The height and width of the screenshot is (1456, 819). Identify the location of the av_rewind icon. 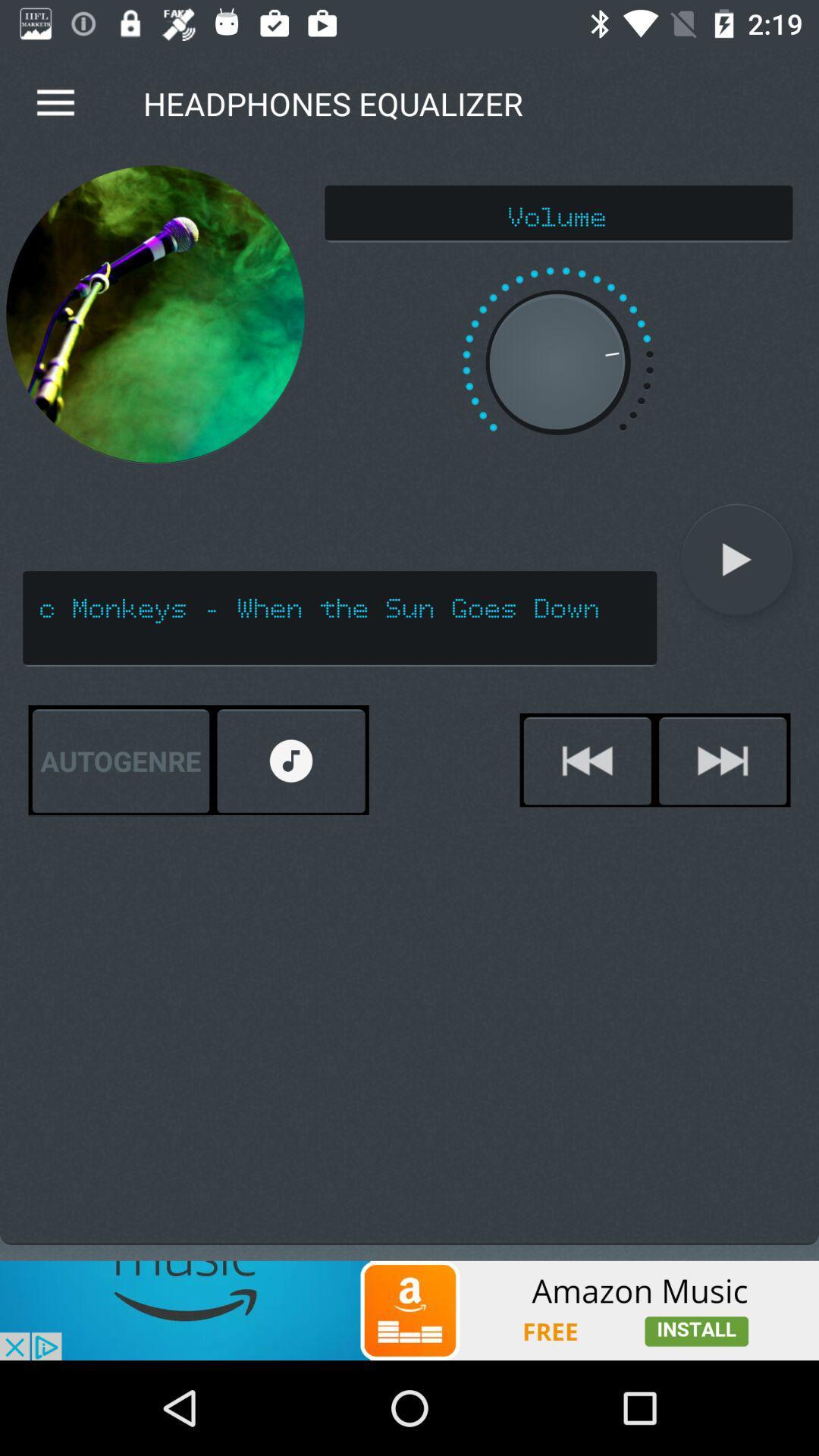
(586, 761).